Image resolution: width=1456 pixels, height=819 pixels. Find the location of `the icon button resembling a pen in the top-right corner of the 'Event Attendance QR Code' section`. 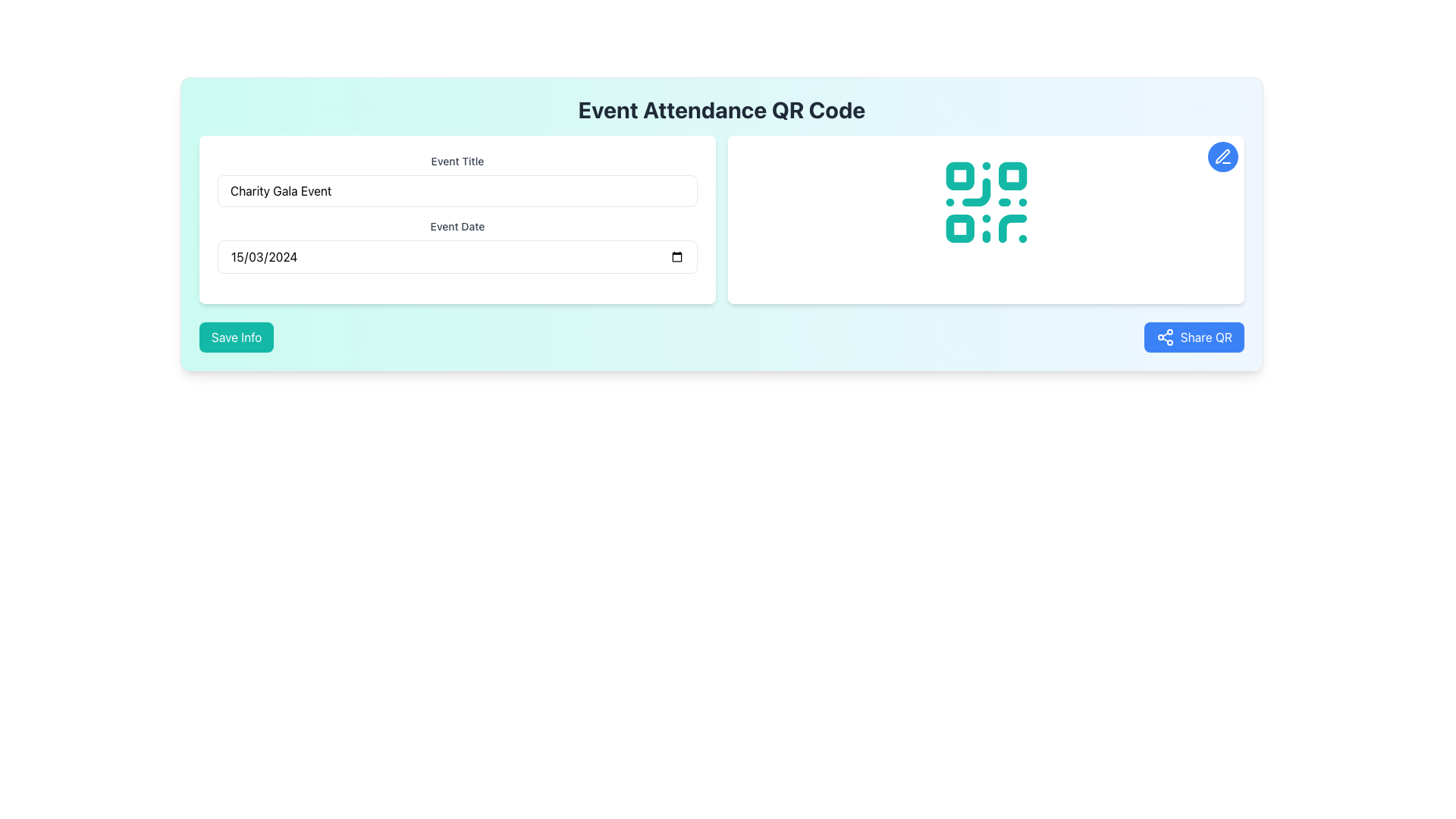

the icon button resembling a pen in the top-right corner of the 'Event Attendance QR Code' section is located at coordinates (1222, 156).